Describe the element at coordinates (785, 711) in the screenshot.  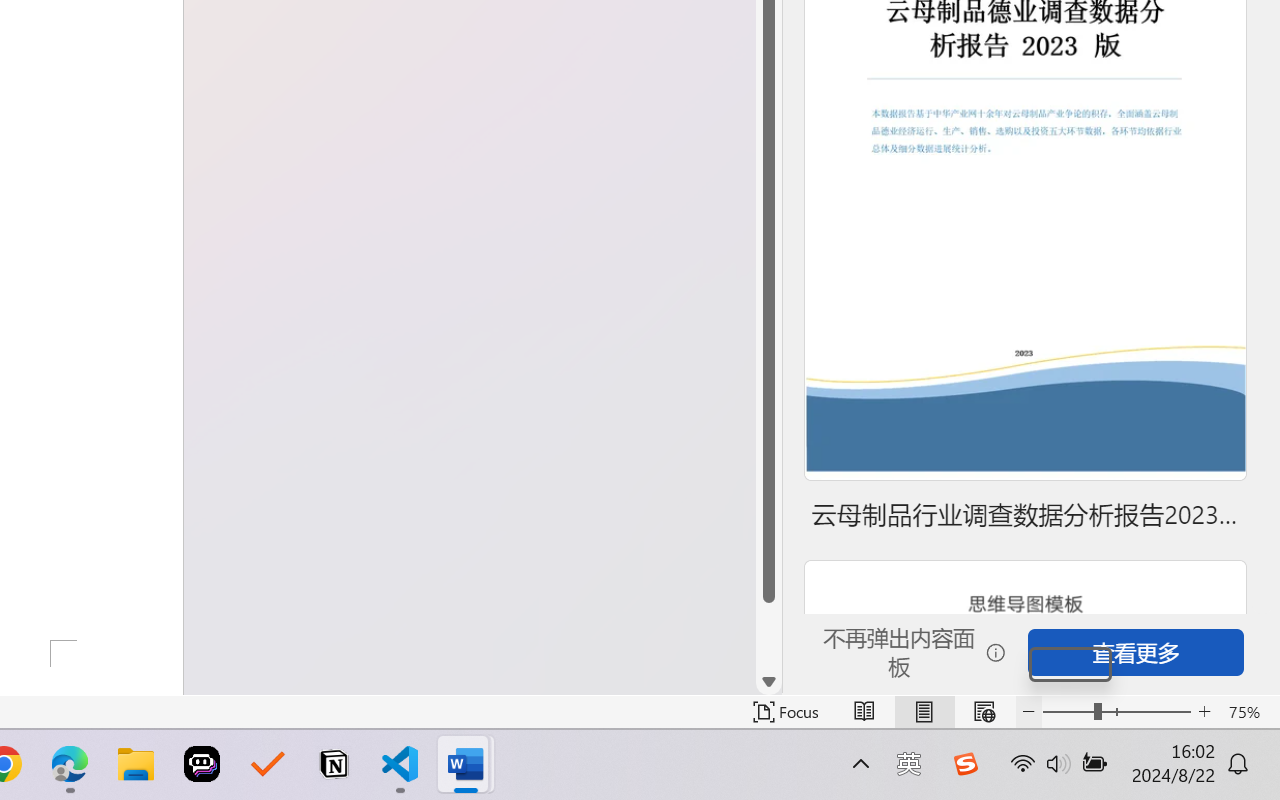
I see `'Focus '` at that location.